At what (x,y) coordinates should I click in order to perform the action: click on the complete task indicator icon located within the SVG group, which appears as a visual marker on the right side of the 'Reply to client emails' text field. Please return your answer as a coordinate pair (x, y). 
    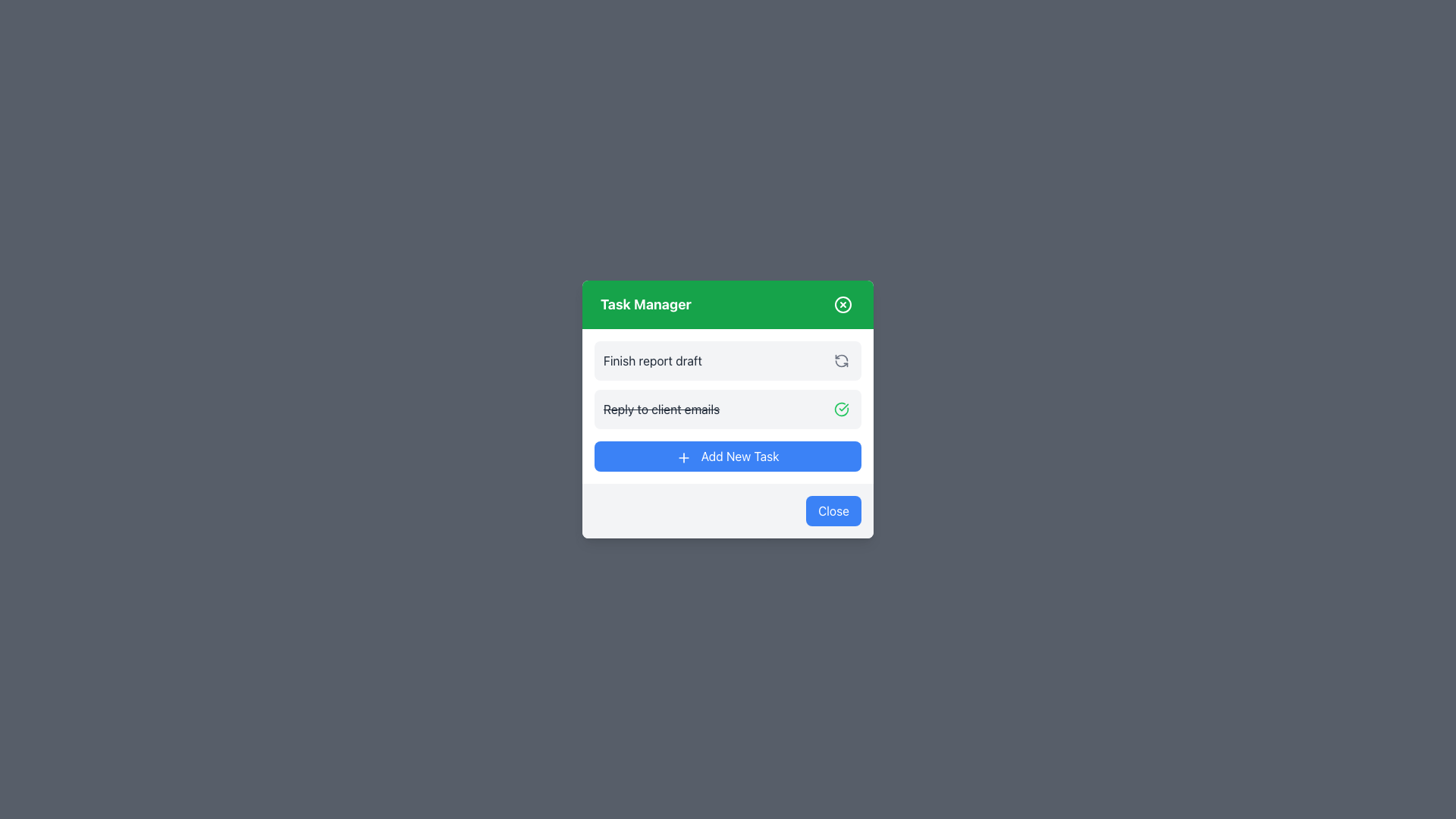
    Looking at the image, I should click on (840, 409).